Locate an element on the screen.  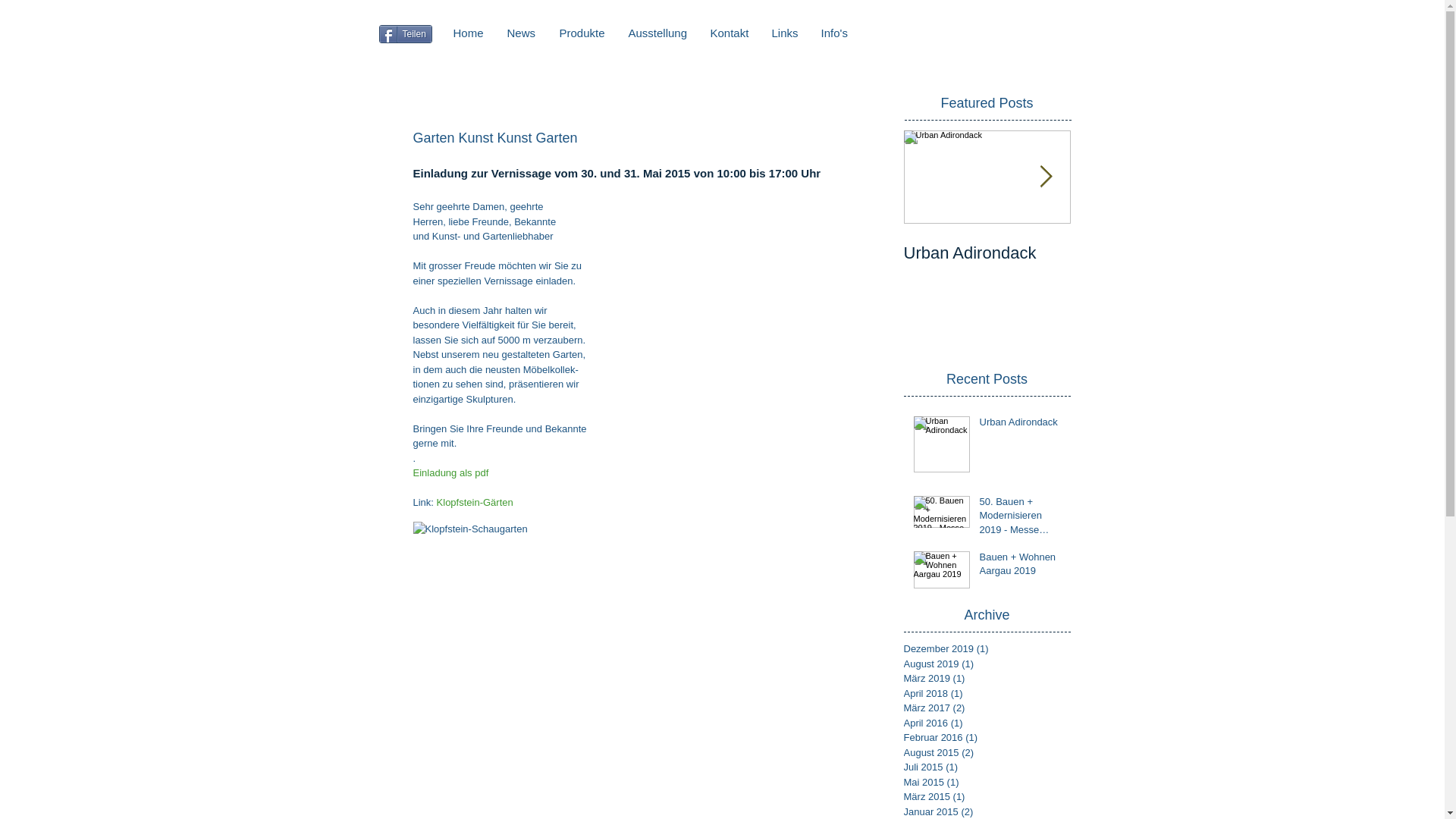
'August 2015 (2)' is located at coordinates (983, 752).